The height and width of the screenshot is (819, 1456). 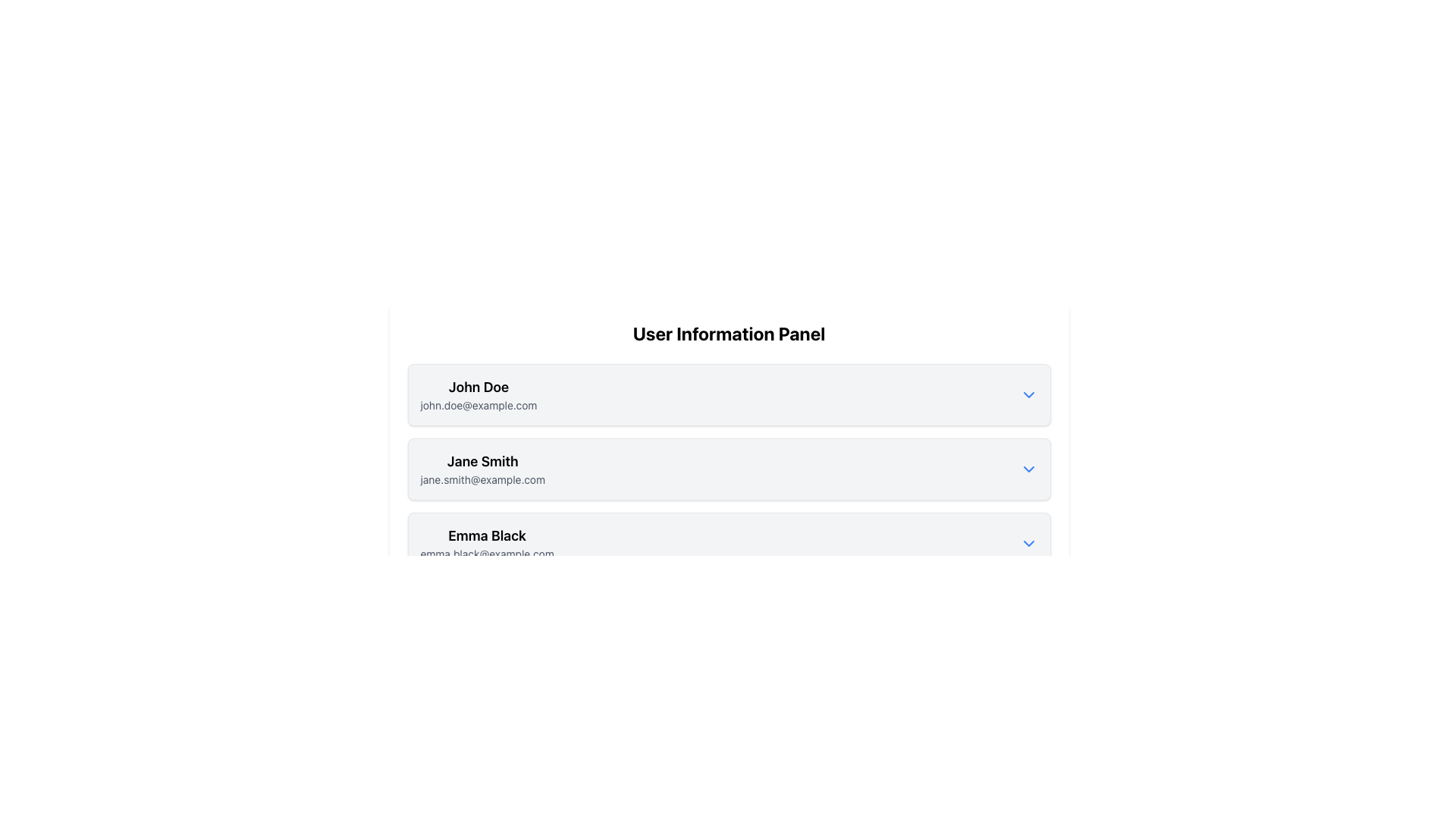 What do you see at coordinates (1028, 468) in the screenshot?
I see `the Dropdown Toggle Icon on the far right side of the 'Jane Smith' entry` at bounding box center [1028, 468].